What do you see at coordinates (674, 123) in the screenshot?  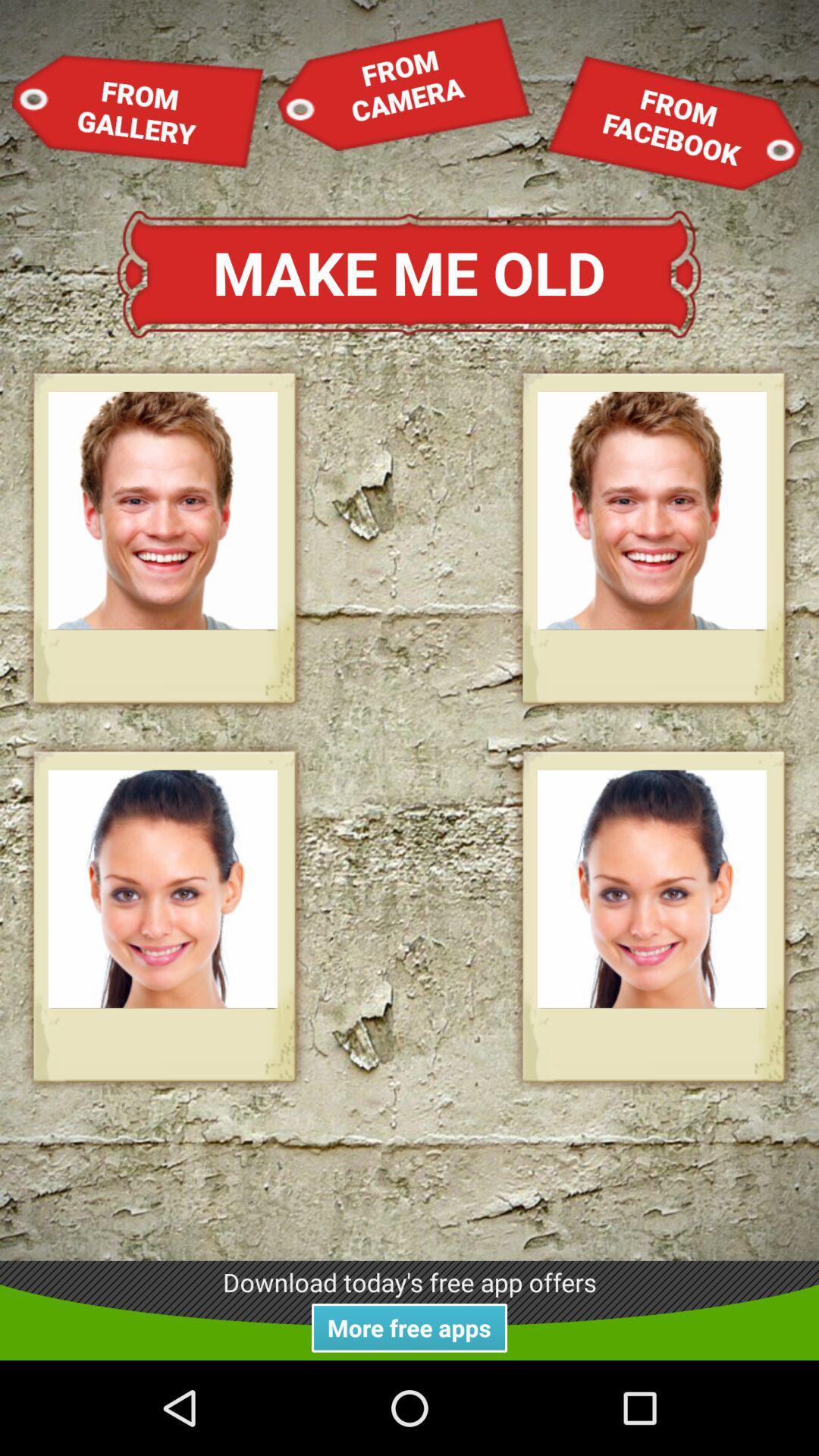 I see `from` at bounding box center [674, 123].